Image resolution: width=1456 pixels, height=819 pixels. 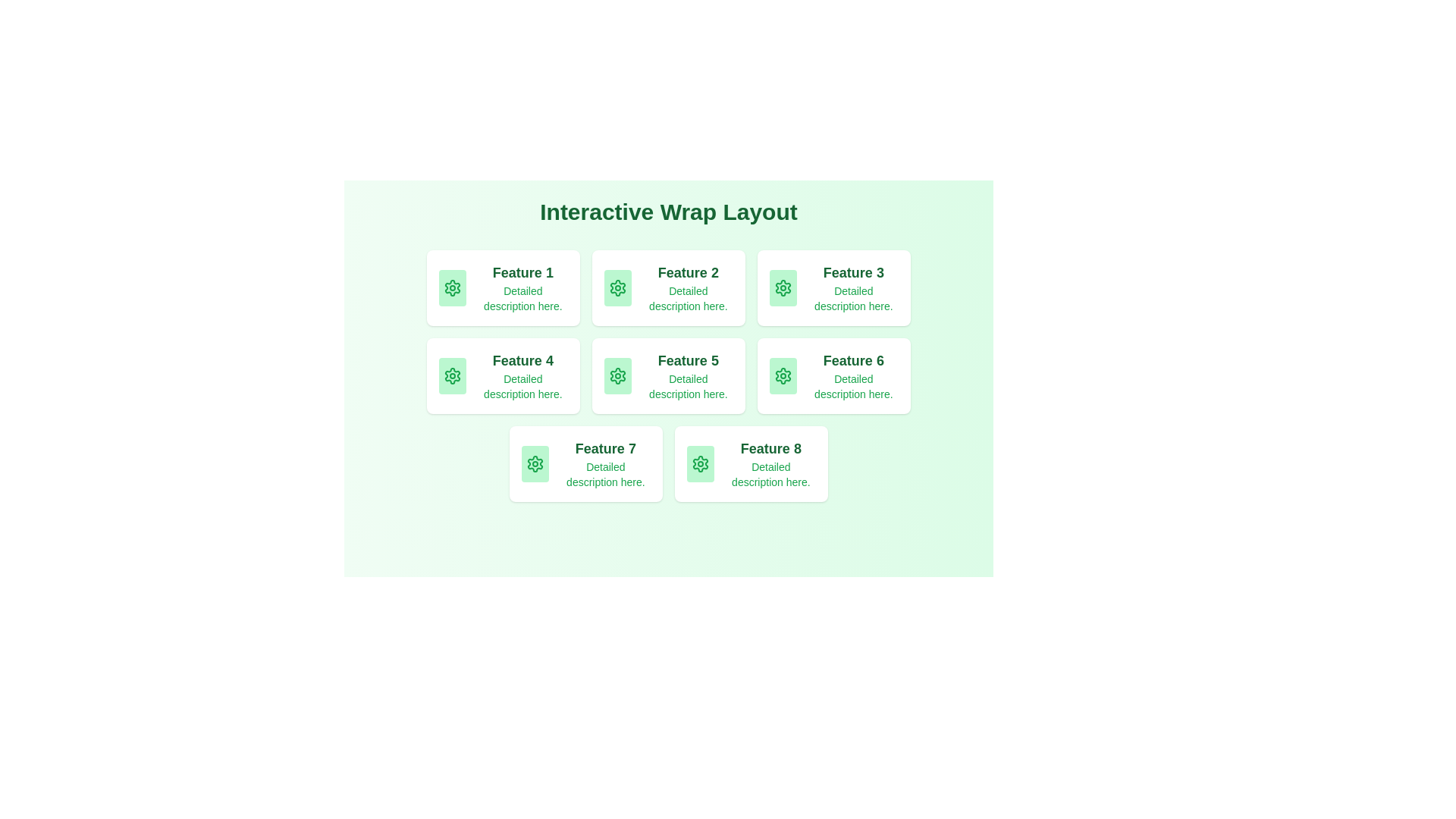 What do you see at coordinates (853, 288) in the screenshot?
I see `text from the card titled 'Feature 3' which contains a bold green title and a smaller green description, centrally aligned within a white rectangular card` at bounding box center [853, 288].